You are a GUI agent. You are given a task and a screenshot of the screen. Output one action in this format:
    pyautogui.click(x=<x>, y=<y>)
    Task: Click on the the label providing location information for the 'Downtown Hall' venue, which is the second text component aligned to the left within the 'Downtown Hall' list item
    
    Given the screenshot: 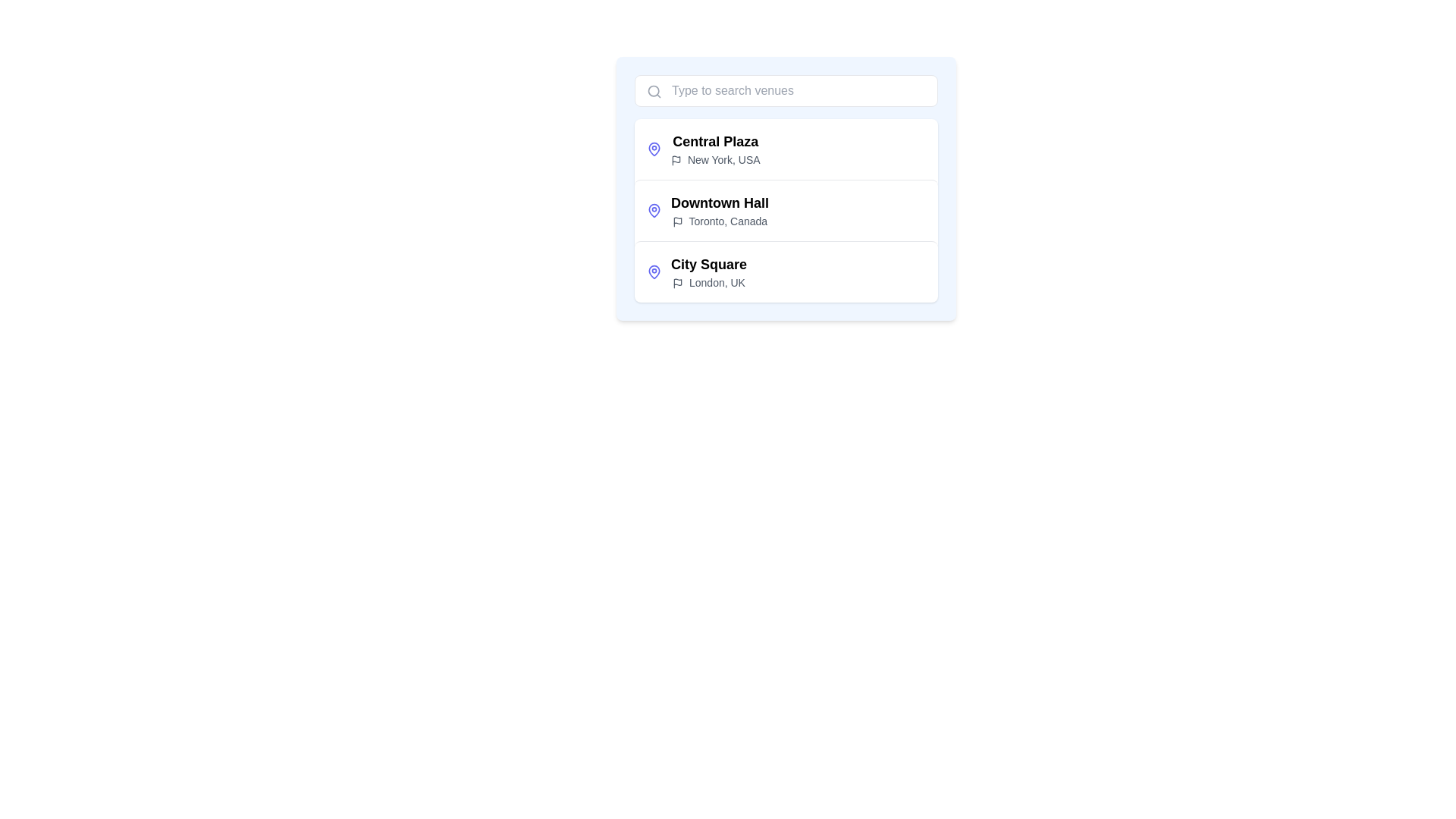 What is the action you would take?
    pyautogui.click(x=719, y=221)
    